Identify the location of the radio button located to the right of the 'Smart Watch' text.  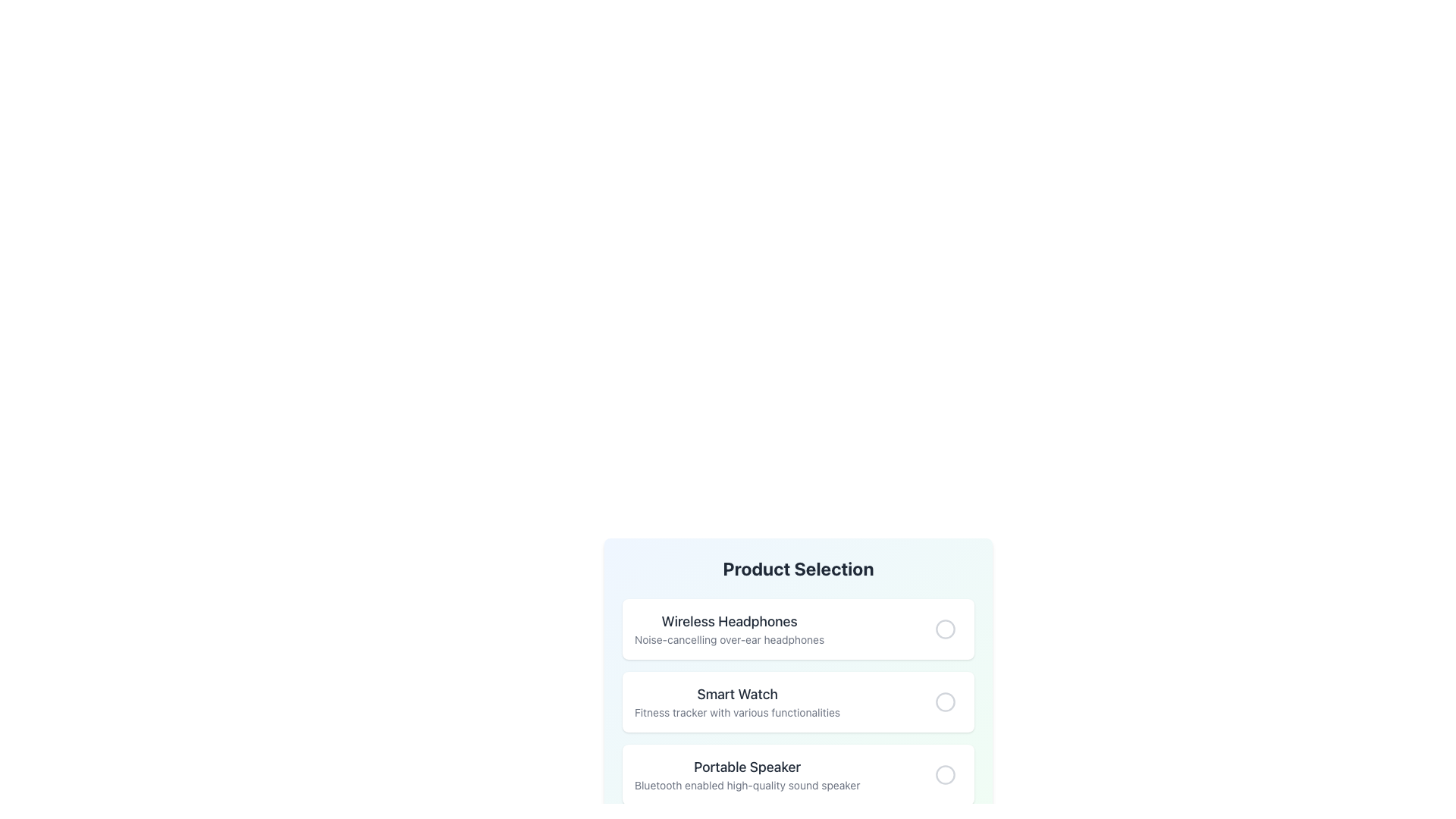
(945, 701).